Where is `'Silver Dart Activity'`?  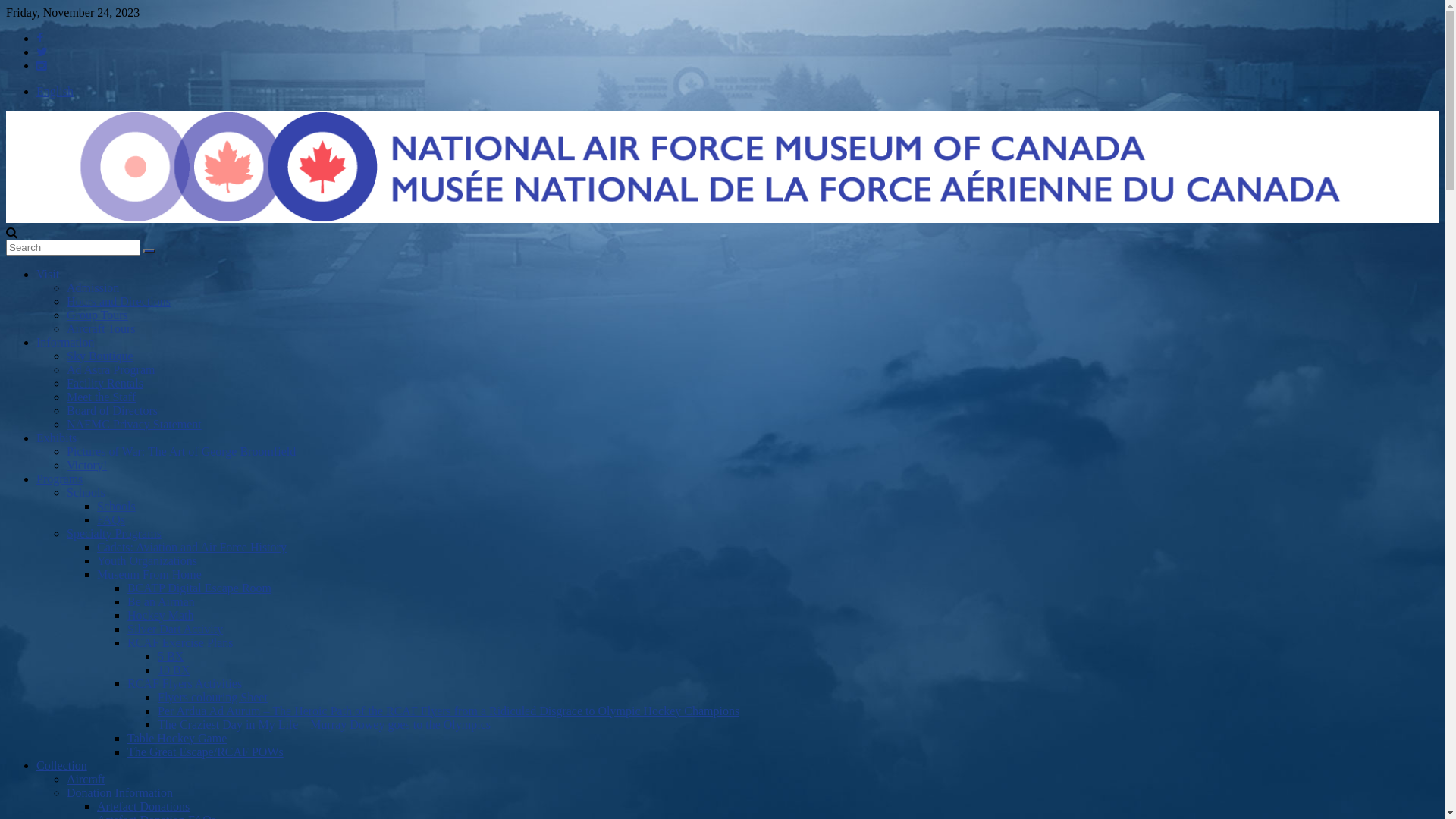 'Silver Dart Activity' is located at coordinates (174, 629).